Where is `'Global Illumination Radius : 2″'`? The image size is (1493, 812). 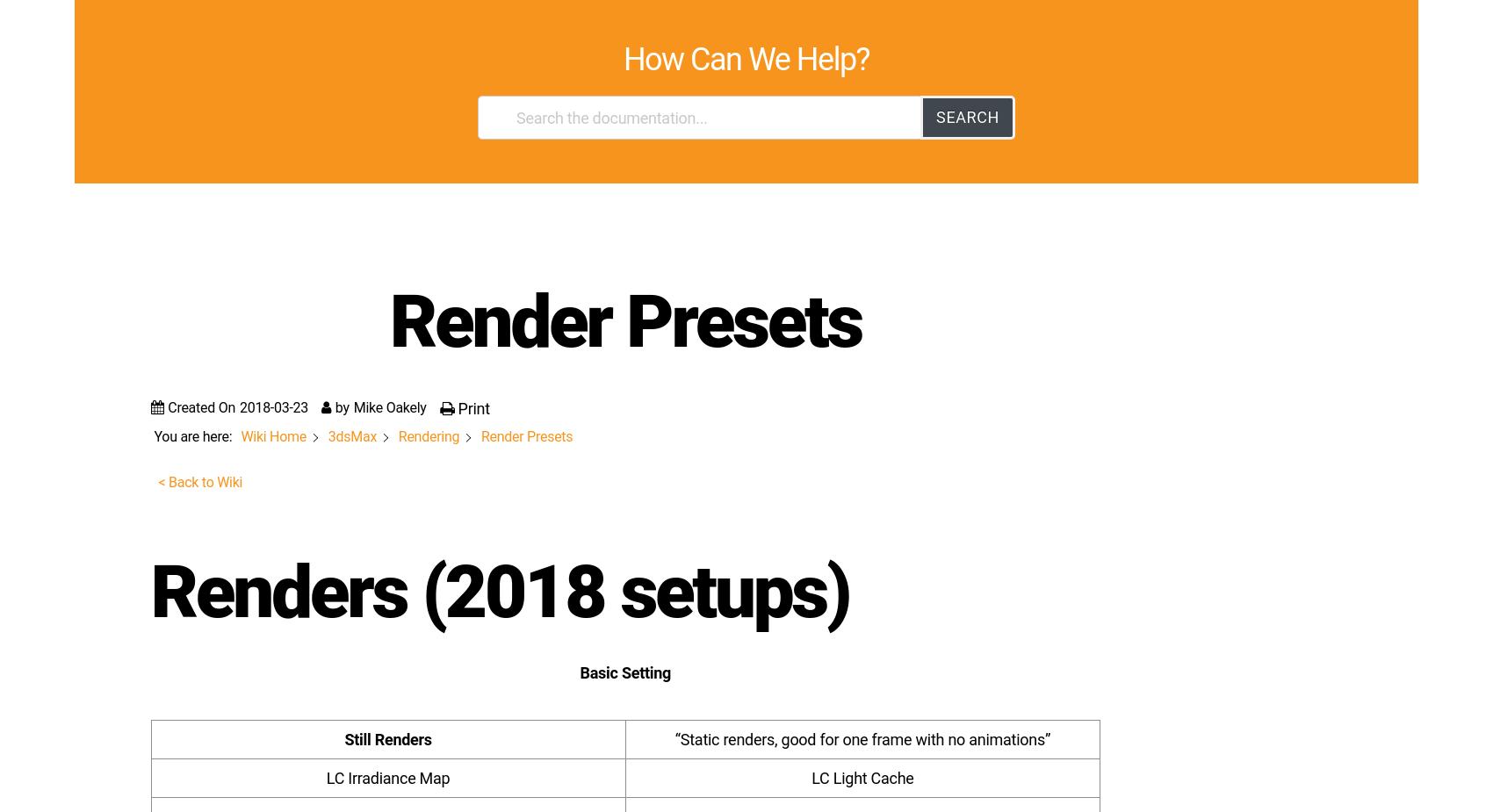 'Global Illumination Radius : 2″' is located at coordinates (268, 291).